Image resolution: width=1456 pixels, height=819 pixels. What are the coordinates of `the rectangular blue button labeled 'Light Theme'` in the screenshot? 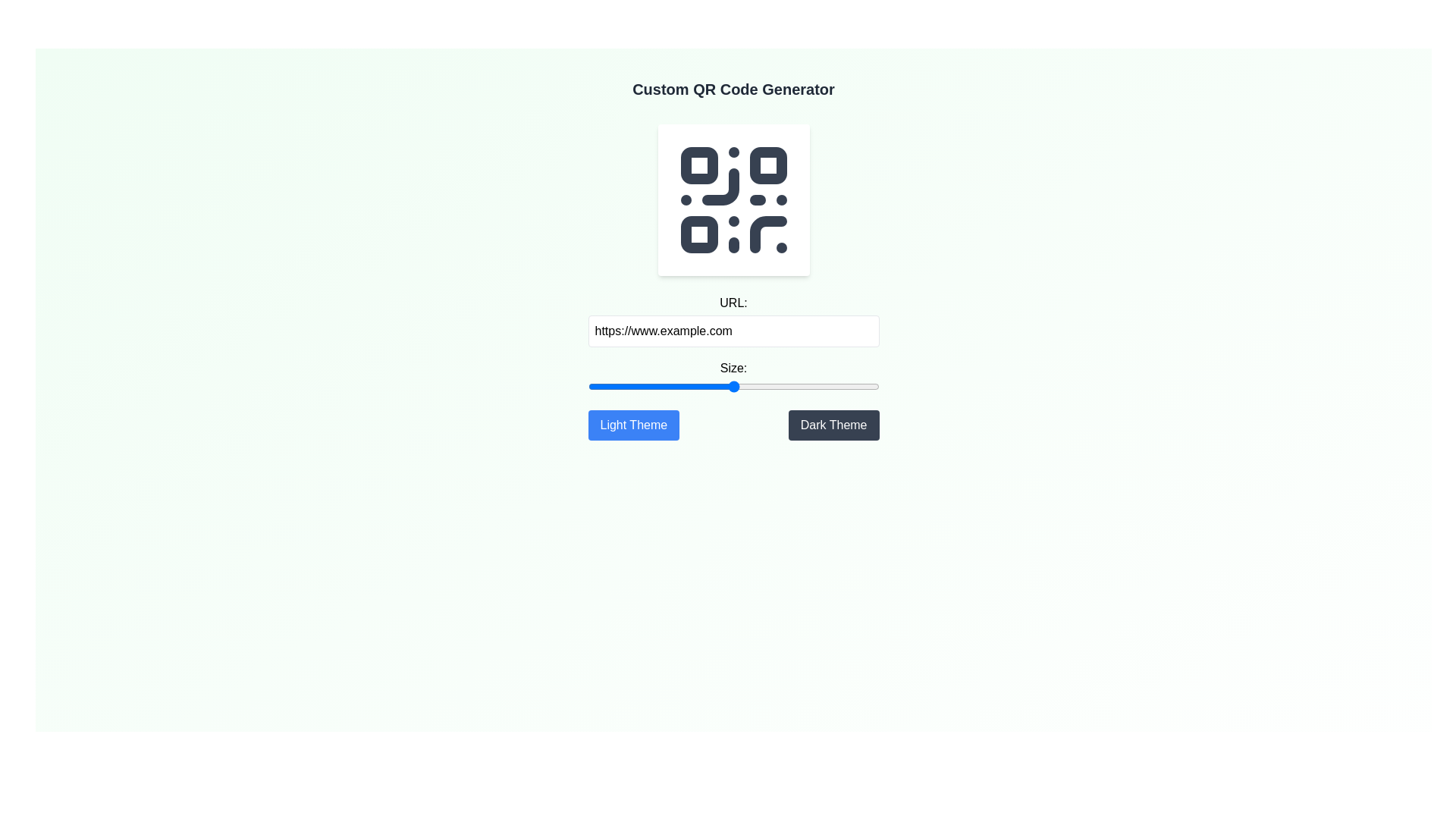 It's located at (633, 425).